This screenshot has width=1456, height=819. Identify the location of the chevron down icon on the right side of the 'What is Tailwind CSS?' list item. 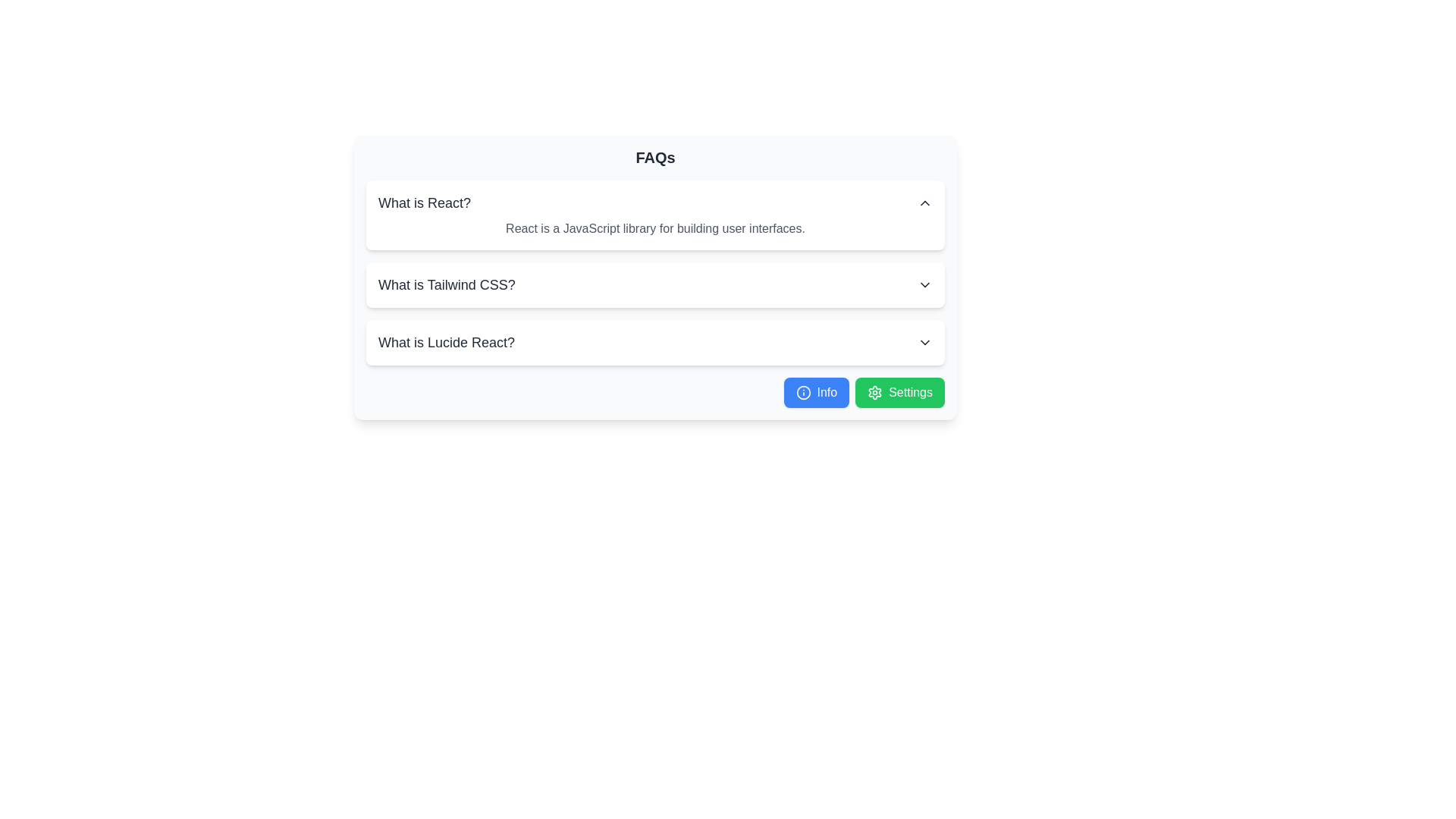
(924, 284).